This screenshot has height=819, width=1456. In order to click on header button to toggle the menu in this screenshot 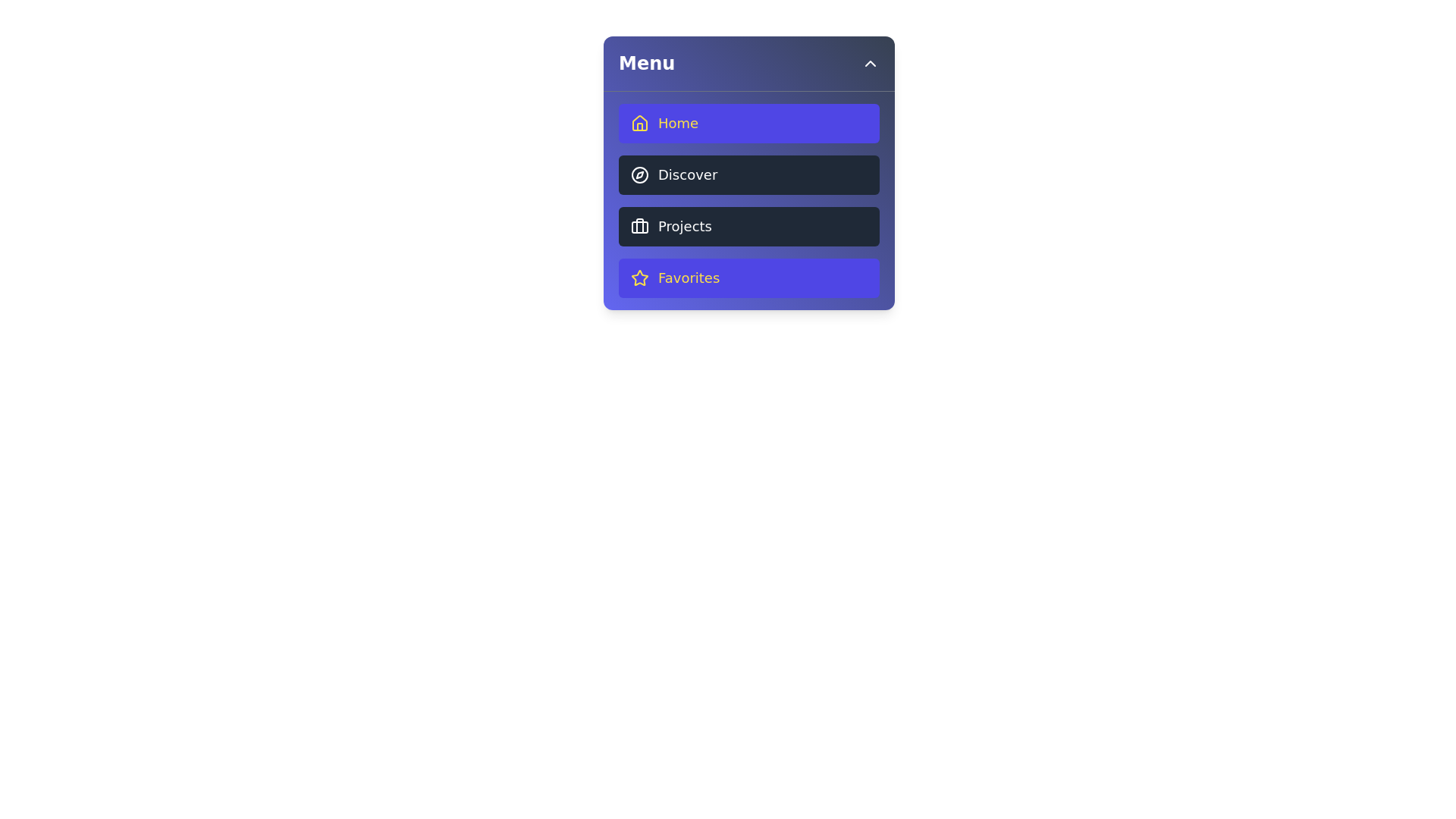, I will do `click(870, 63)`.